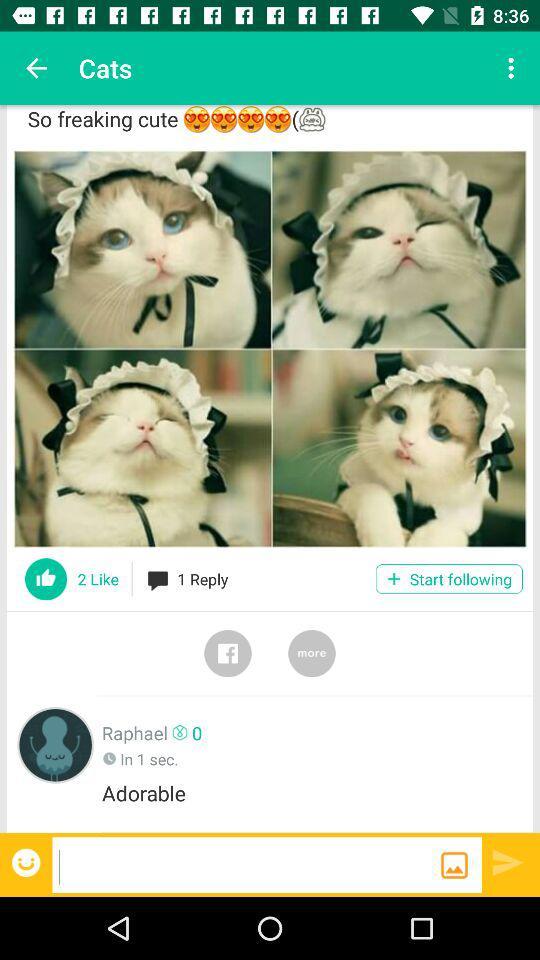  Describe the element at coordinates (27, 861) in the screenshot. I see `emoji` at that location.